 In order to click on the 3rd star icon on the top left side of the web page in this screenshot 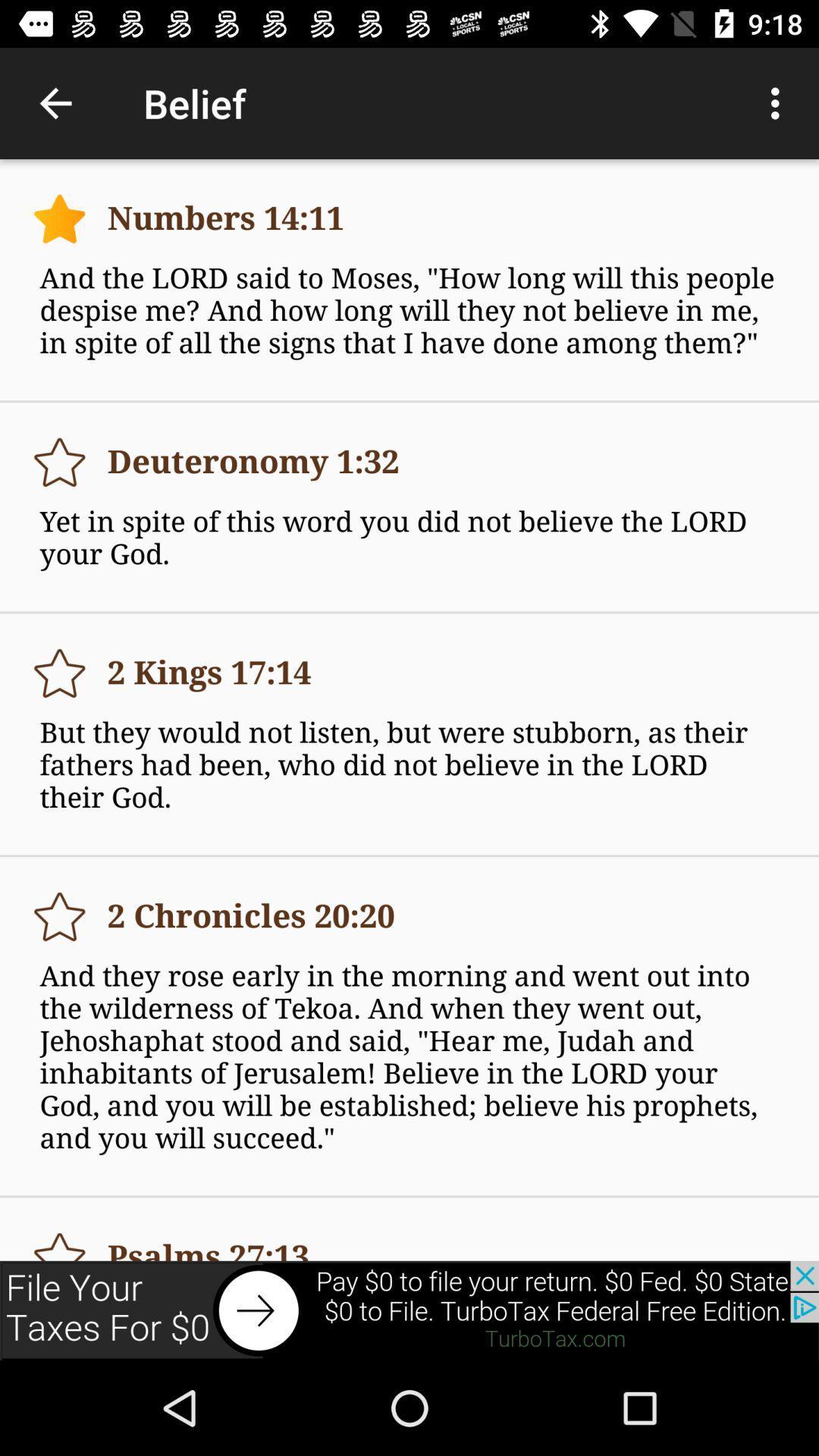, I will do `click(58, 673)`.